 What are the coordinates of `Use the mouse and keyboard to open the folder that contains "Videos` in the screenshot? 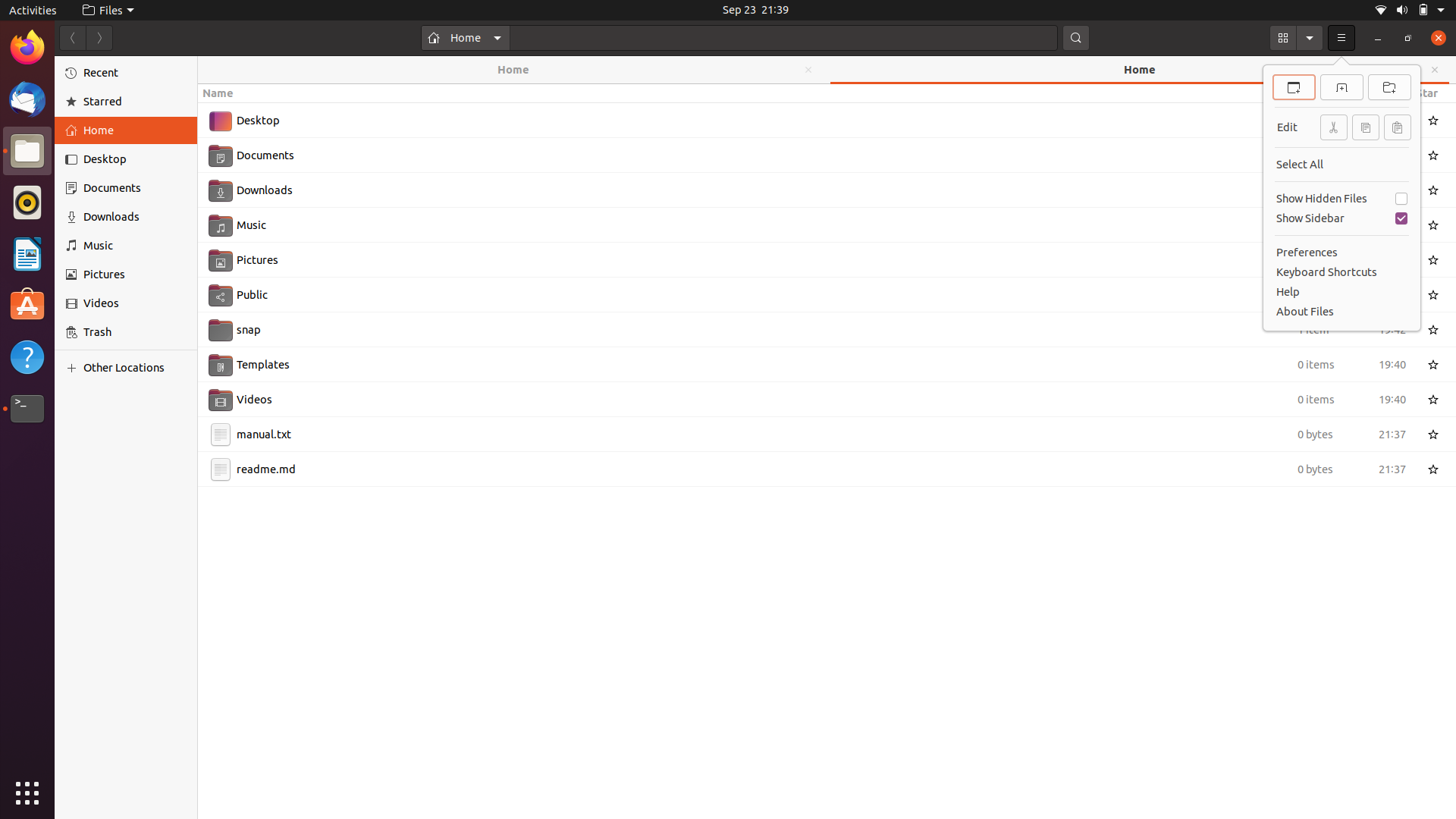 It's located at (809, 397).